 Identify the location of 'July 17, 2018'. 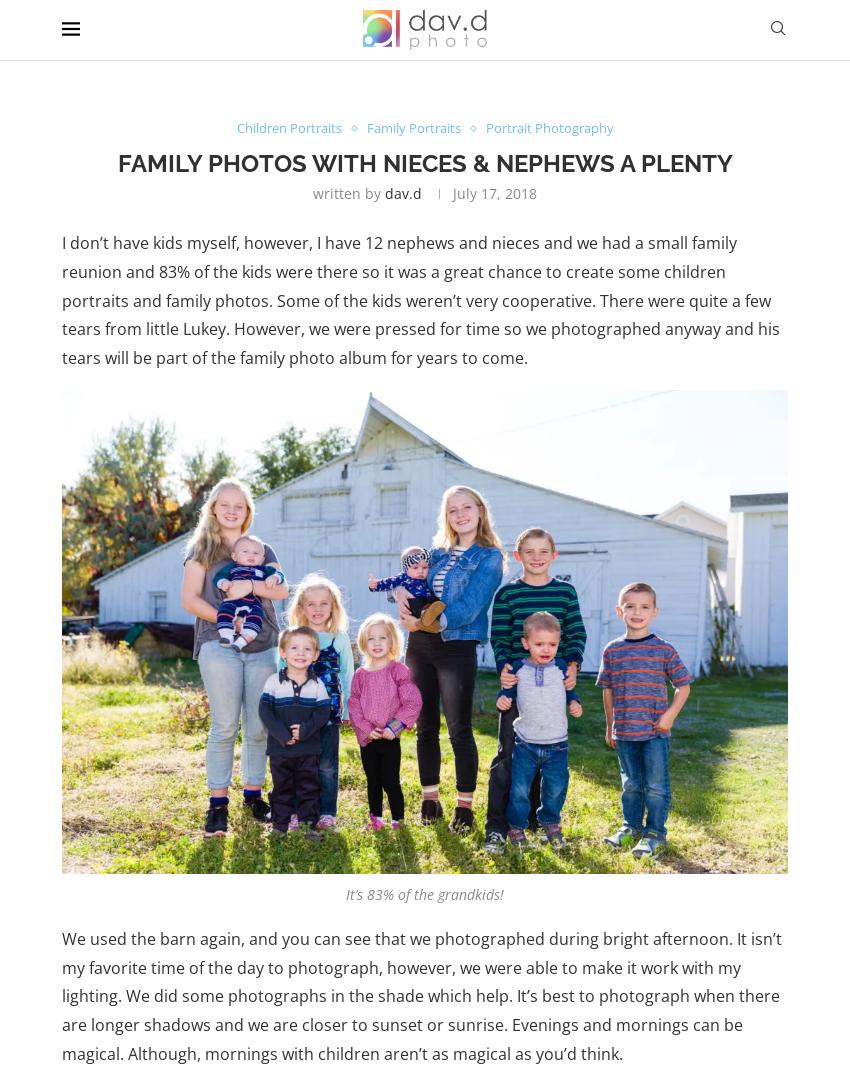
(495, 192).